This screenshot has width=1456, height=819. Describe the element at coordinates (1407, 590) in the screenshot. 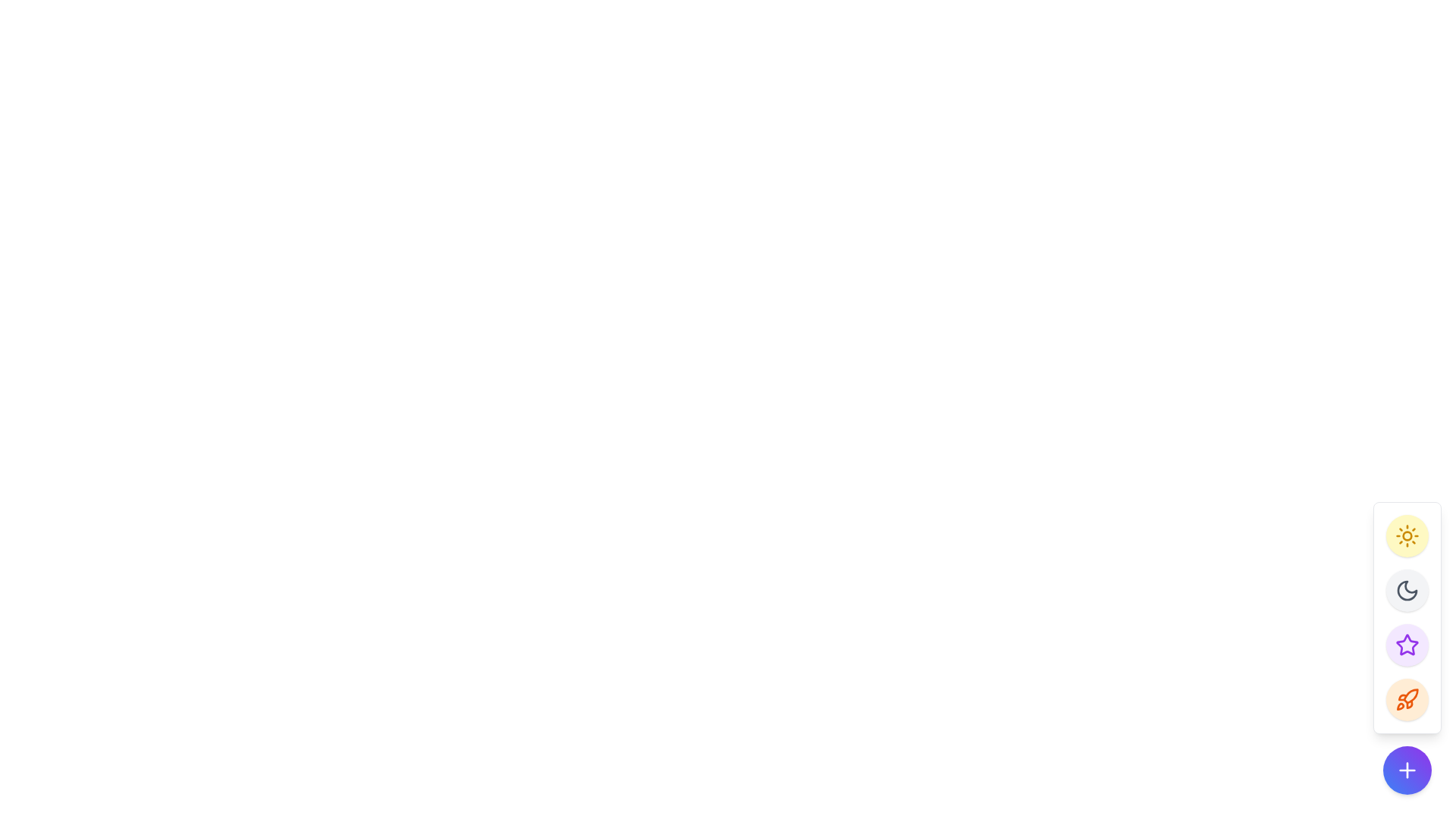

I see `the circular button with a dark gray background featuring a crescent moon icon` at that location.